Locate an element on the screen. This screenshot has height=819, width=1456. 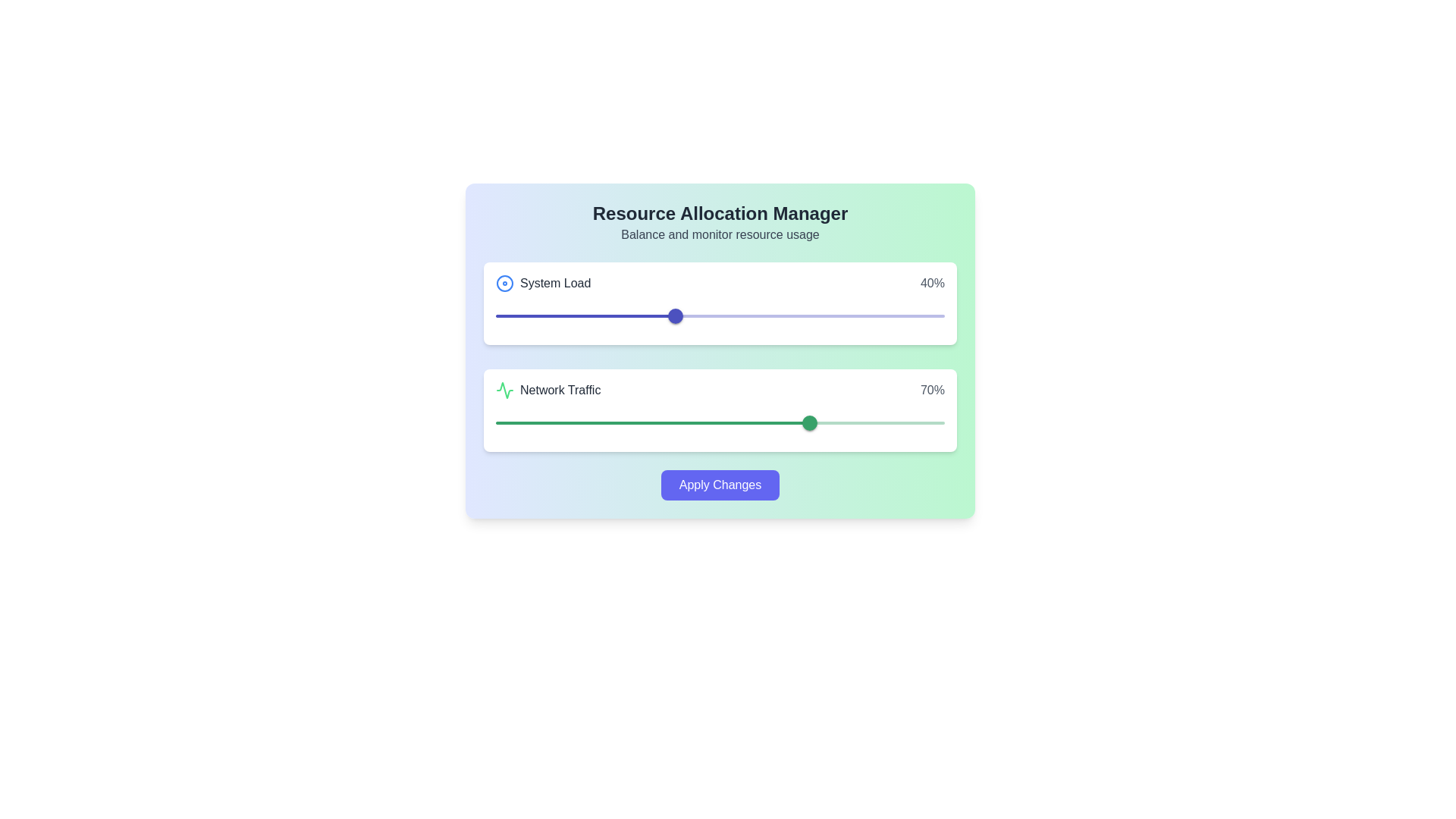
the slider is located at coordinates (664, 315).